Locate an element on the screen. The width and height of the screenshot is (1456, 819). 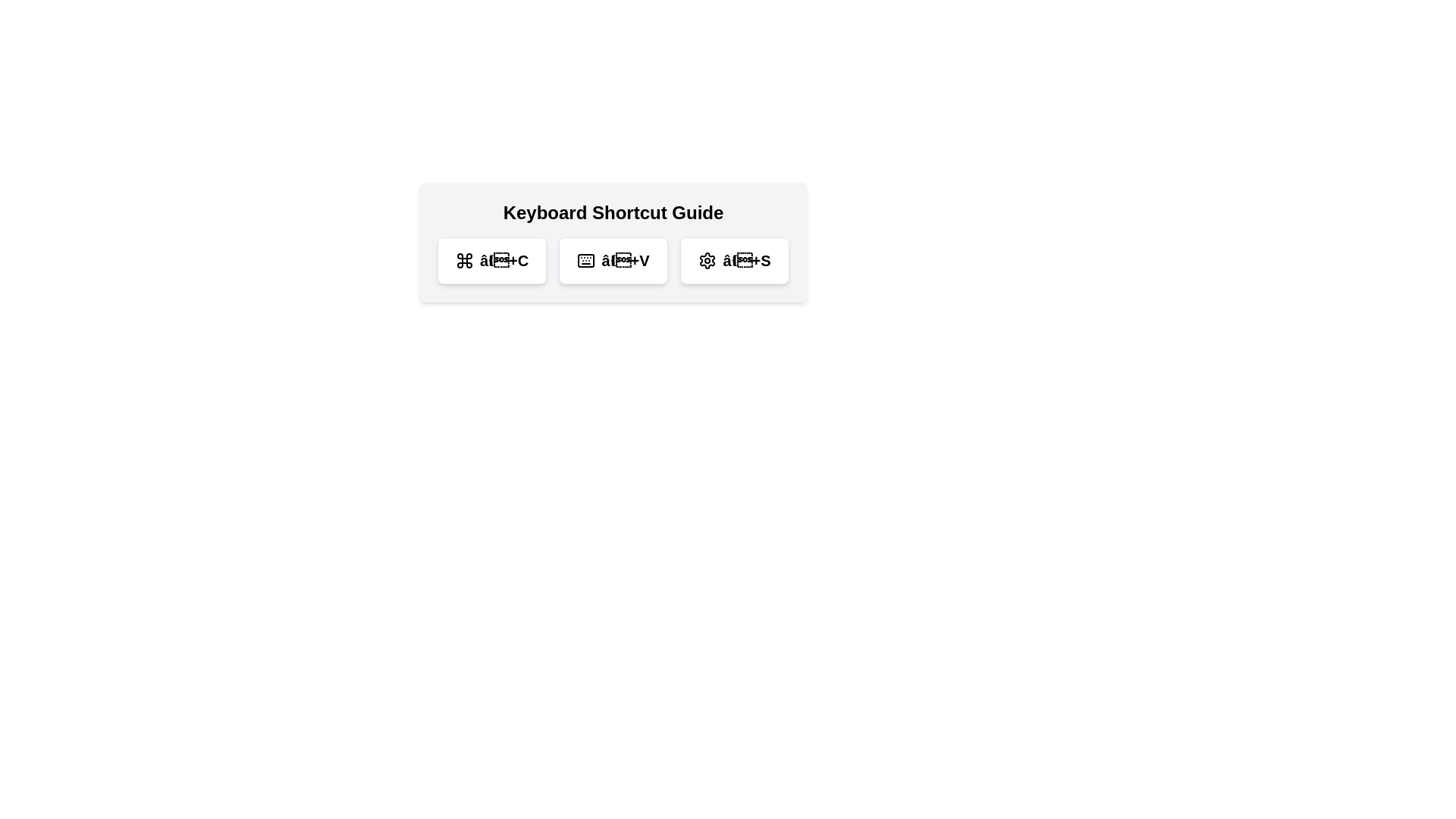
the text label indicating the keyboard shortcut '⌘+S' to utilize its related functionality for saving is located at coordinates (735, 259).